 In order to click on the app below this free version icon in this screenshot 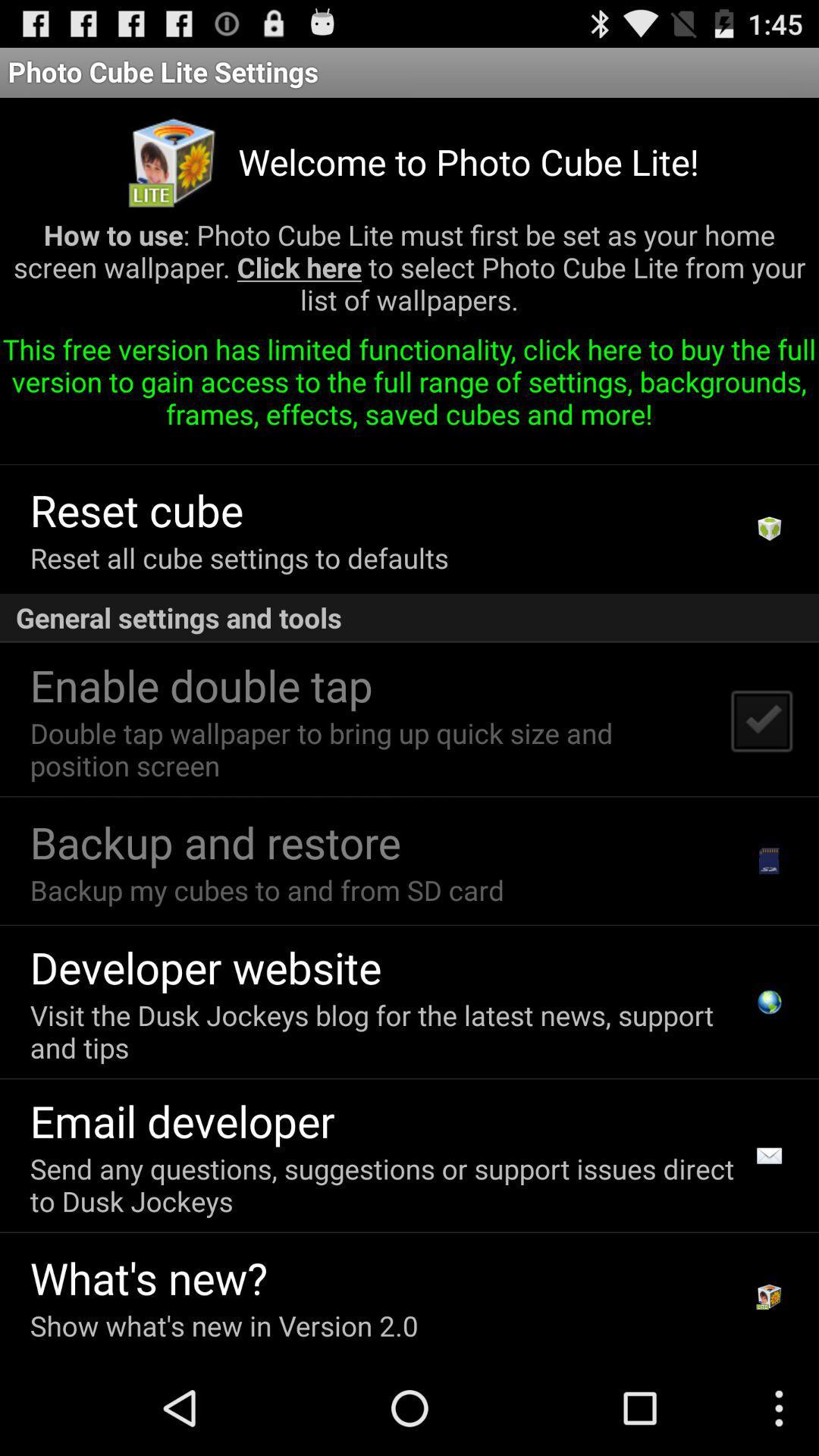, I will do `click(769, 529)`.